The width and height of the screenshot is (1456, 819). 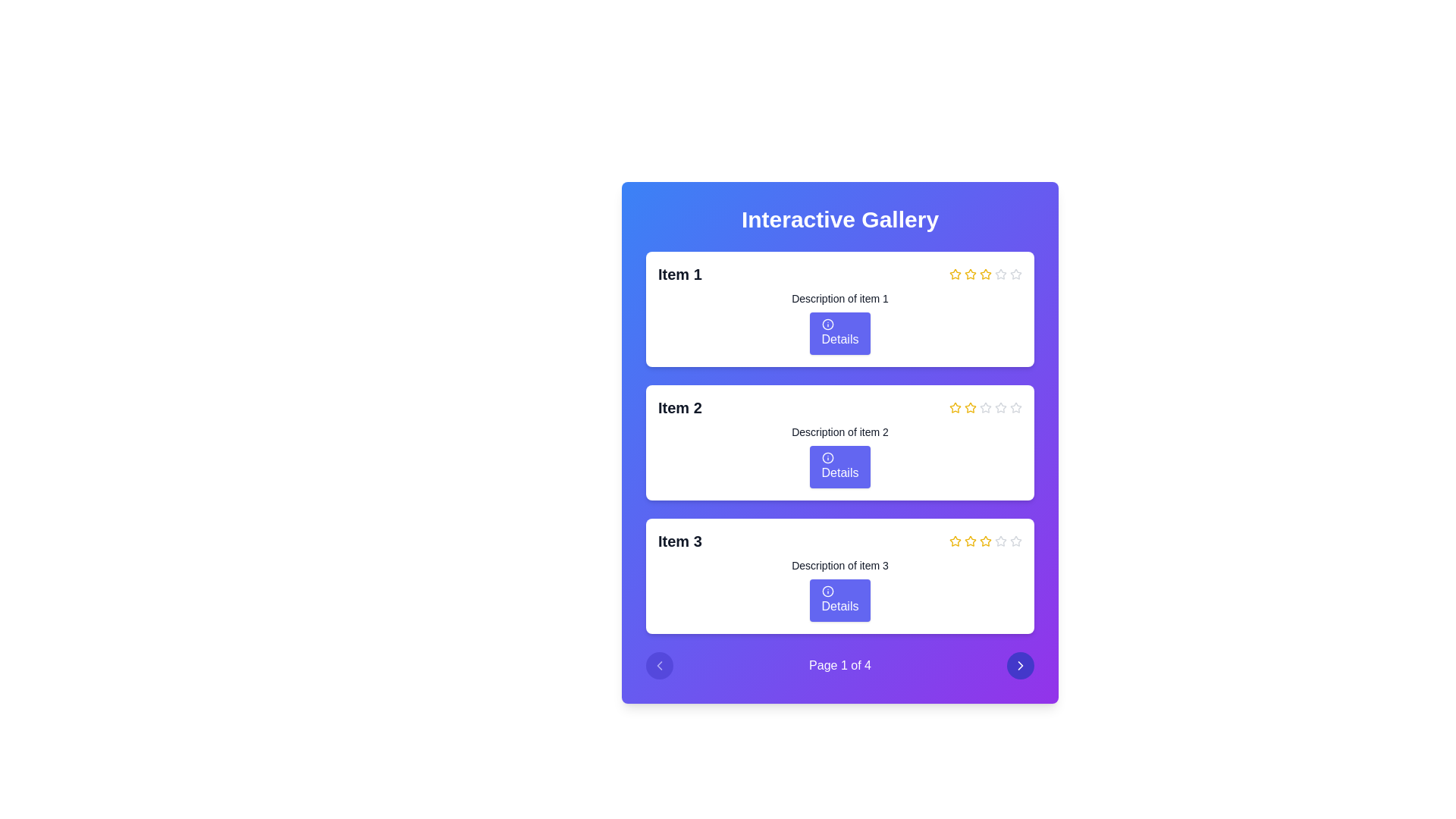 I want to click on the 'Details' button which contains a circular icon with an 'i' symbol, styled with a blue background and white text, located in the top section of the interface, so click(x=827, y=324).